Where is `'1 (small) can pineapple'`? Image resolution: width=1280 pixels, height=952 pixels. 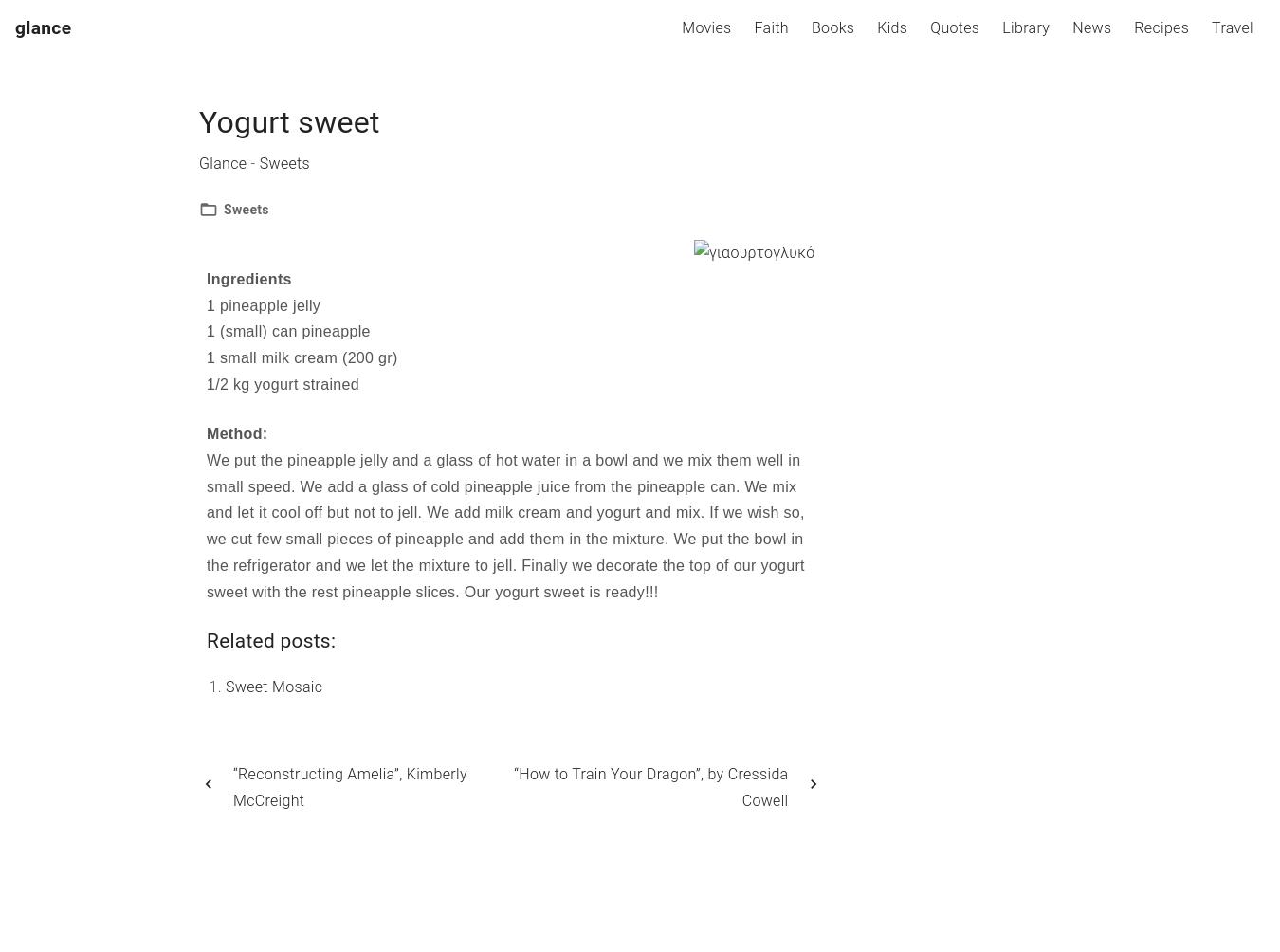 '1 (small) can pineapple' is located at coordinates (287, 331).